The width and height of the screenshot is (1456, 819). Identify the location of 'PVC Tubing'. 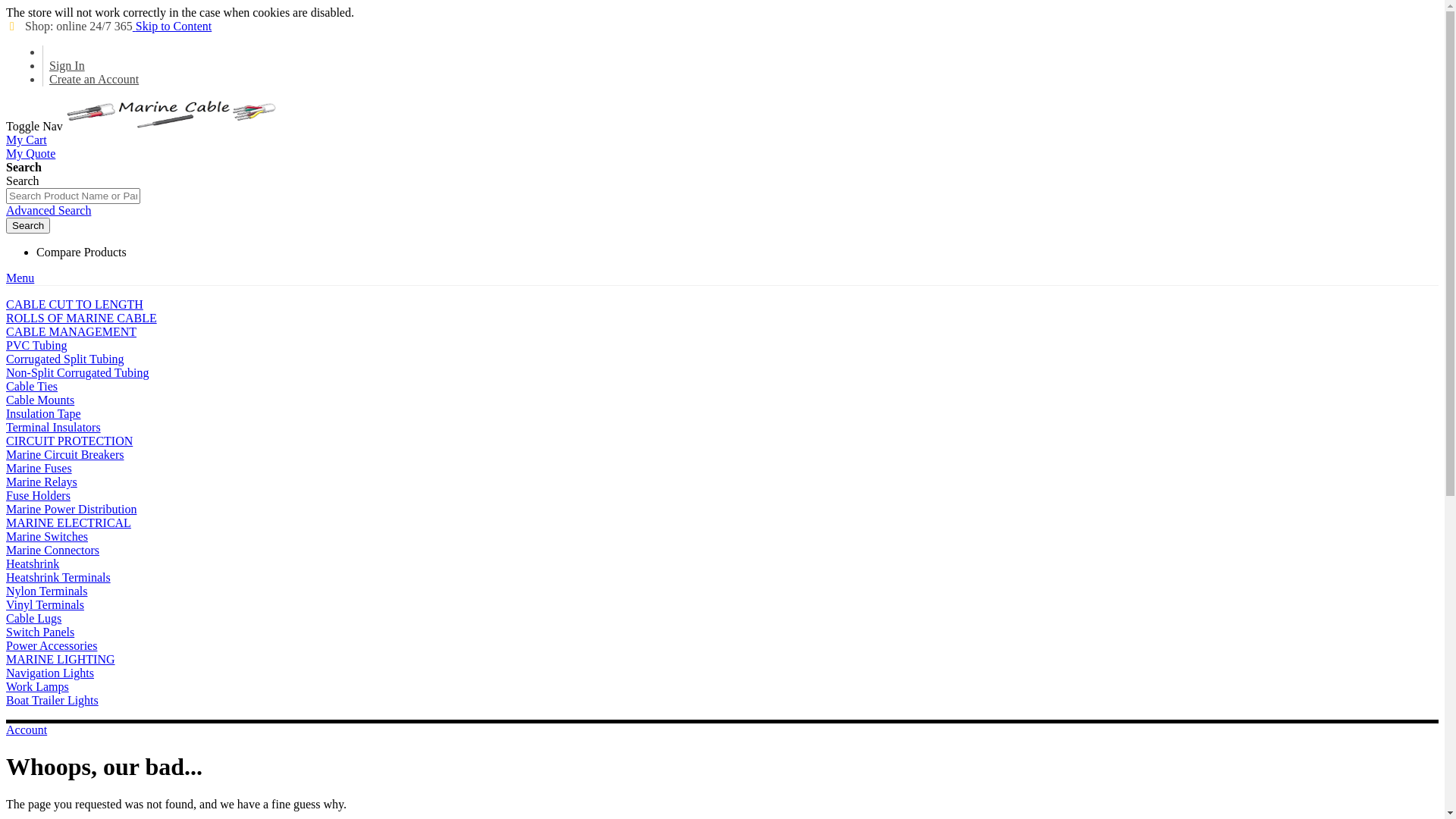
(36, 345).